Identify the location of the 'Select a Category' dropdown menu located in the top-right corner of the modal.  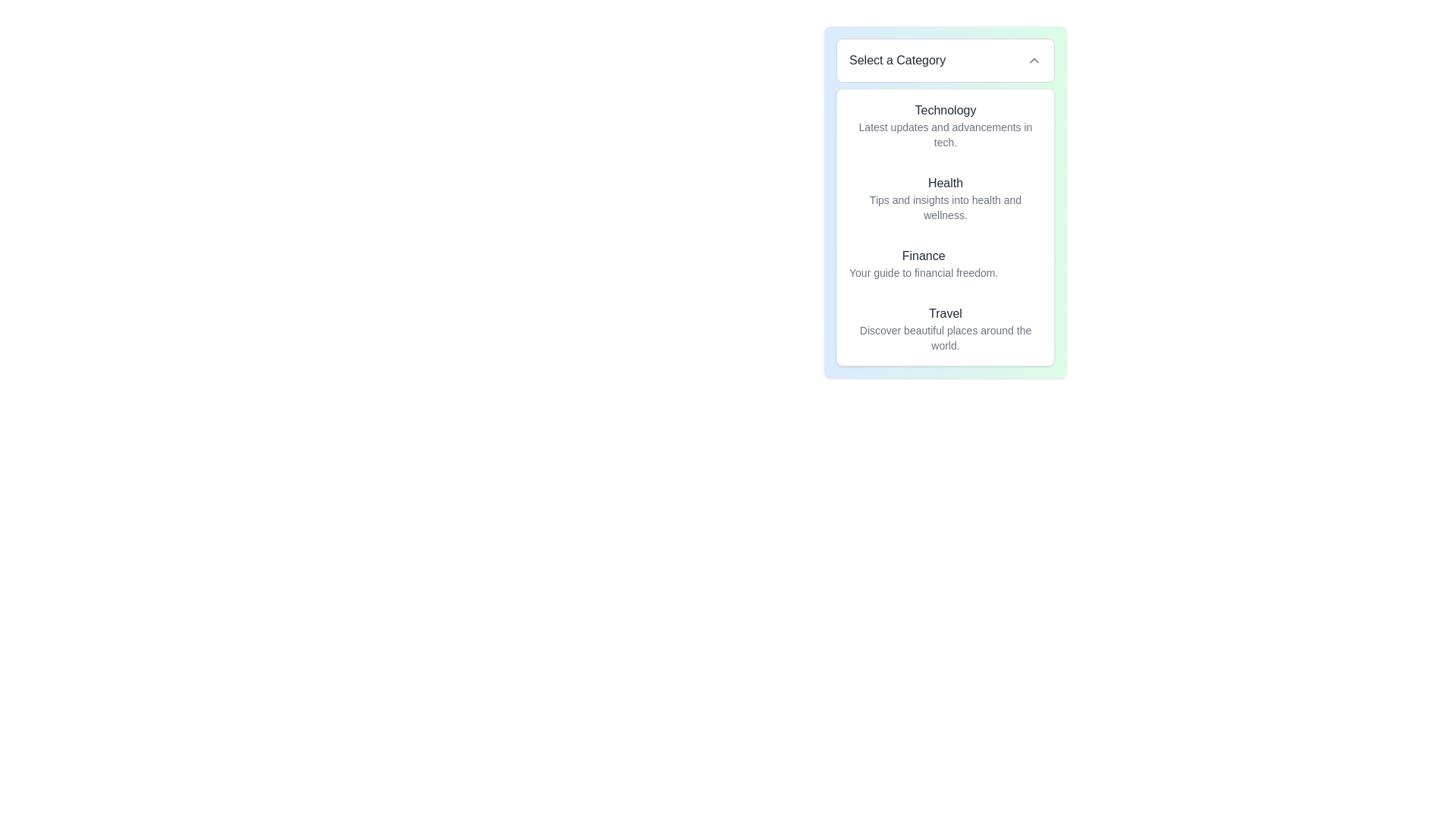
(945, 201).